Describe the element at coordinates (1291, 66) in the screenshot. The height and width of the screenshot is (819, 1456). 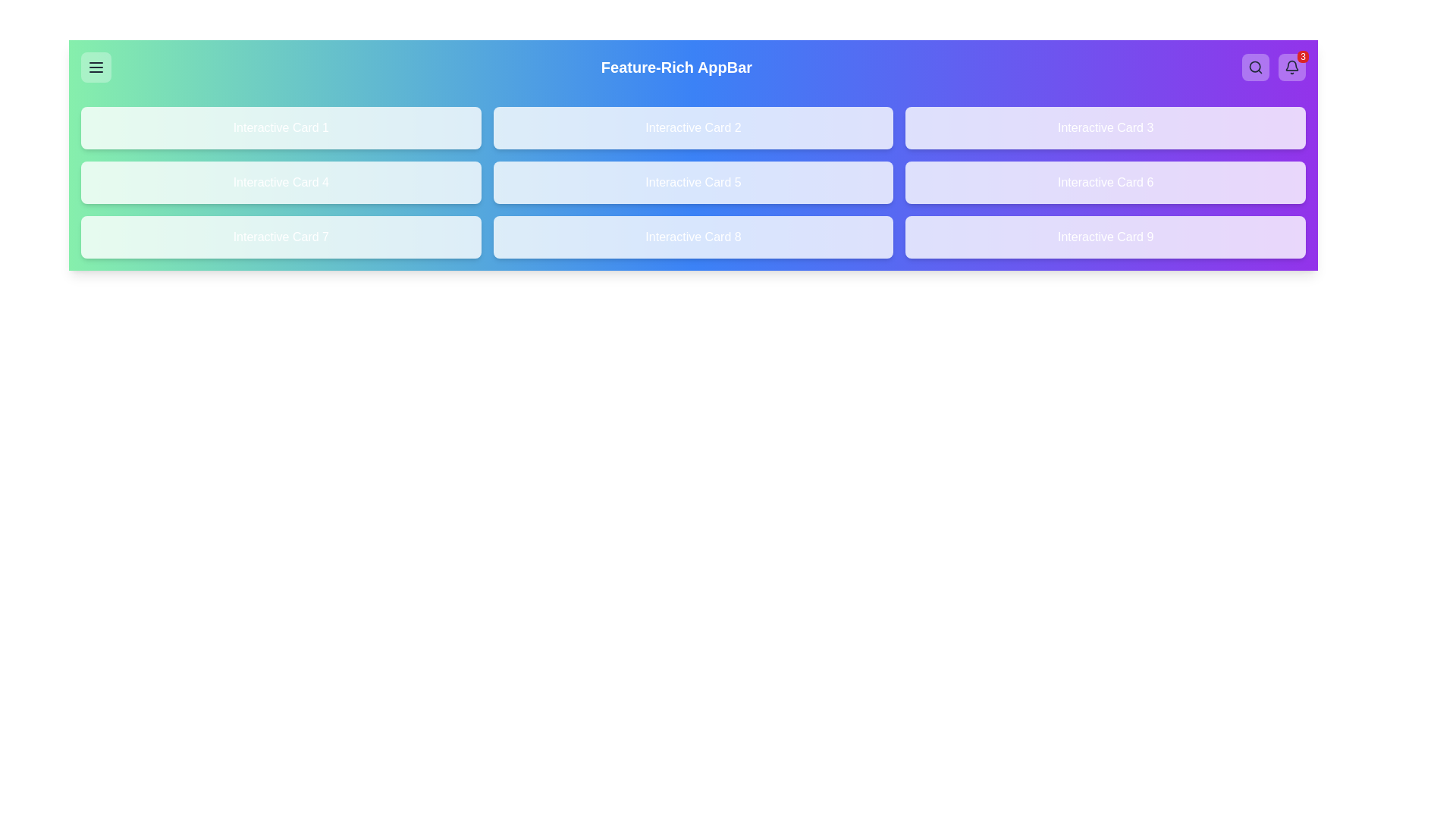
I see `the notification bell button to view notifications` at that location.